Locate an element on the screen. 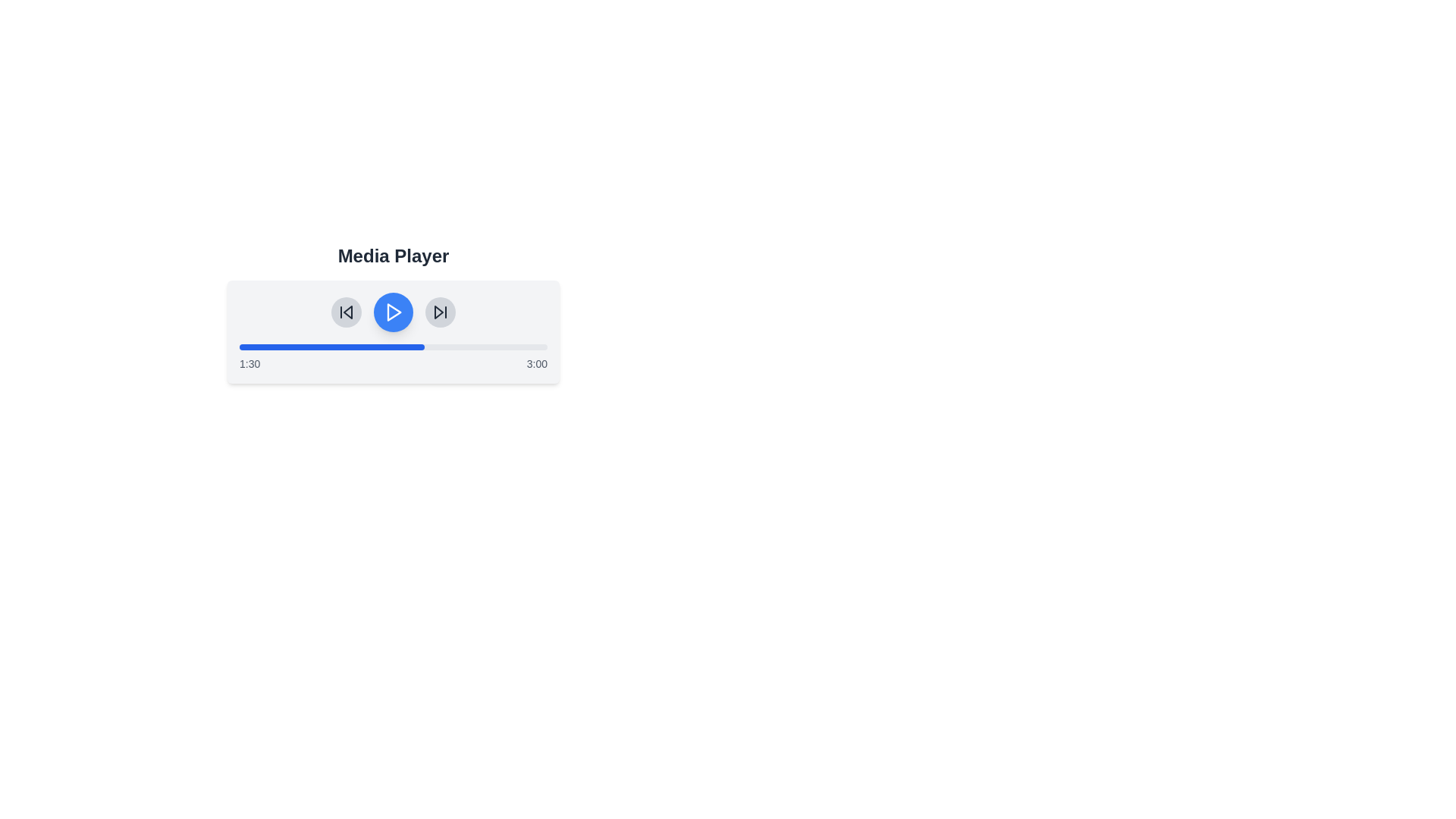 The image size is (1456, 819). the circular blue button with a white triangular play icon is located at coordinates (393, 312).